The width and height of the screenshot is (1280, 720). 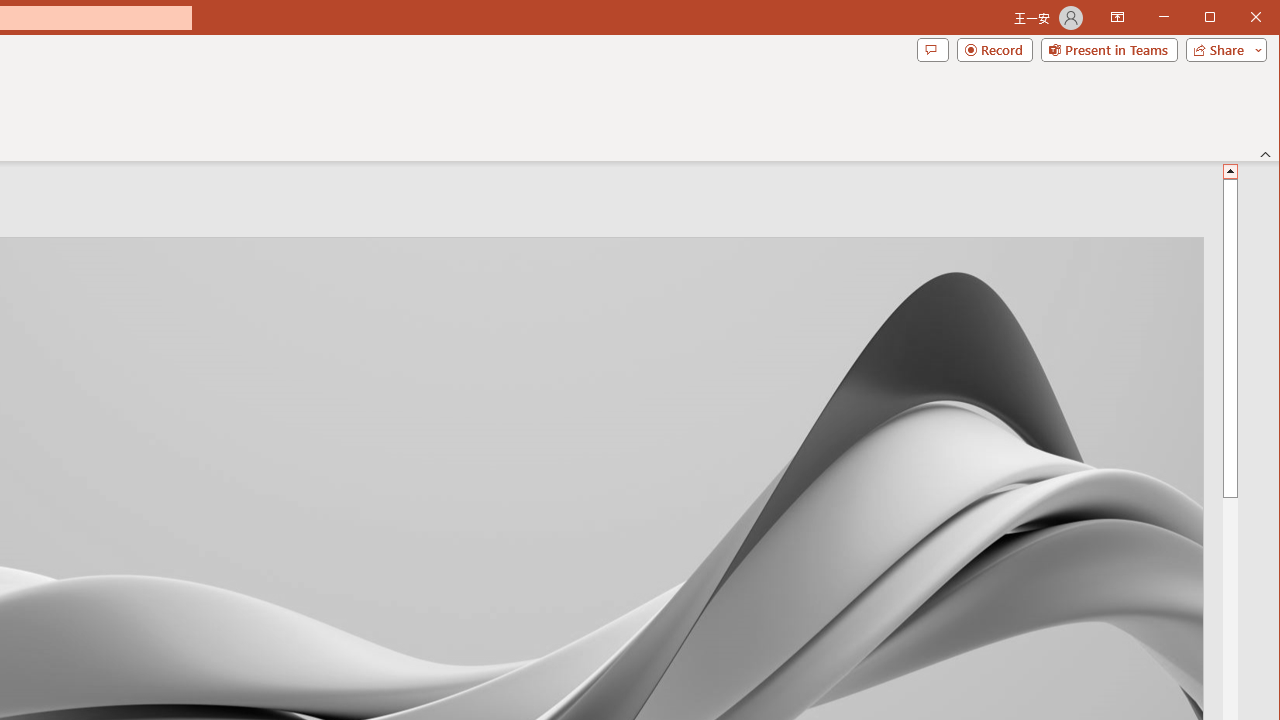 I want to click on 'Minimize', so click(x=1215, y=19).